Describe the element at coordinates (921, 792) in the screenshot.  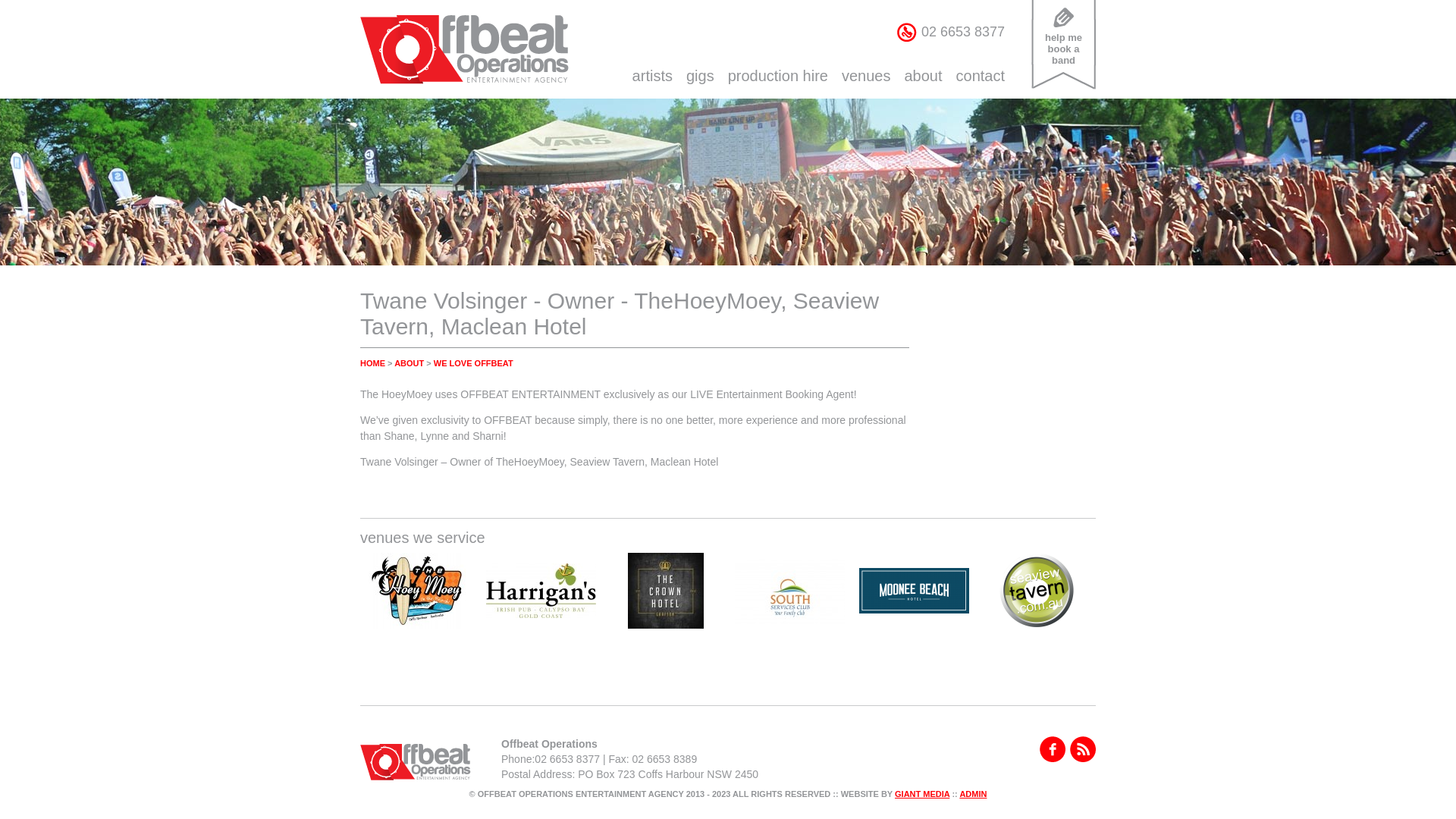
I see `'GIANT MEDIA'` at that location.